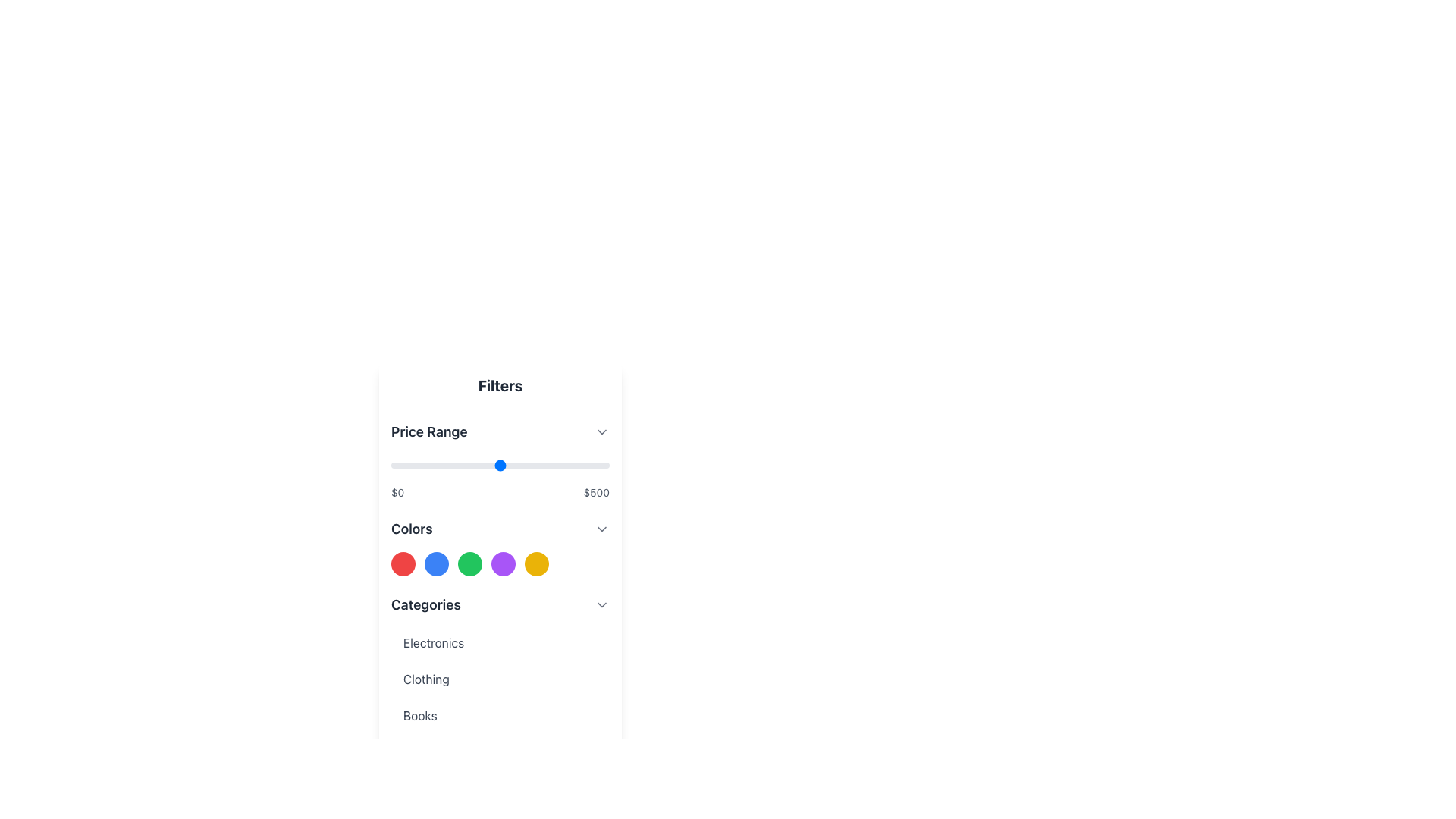 Image resolution: width=1456 pixels, height=819 pixels. I want to click on the slider, so click(533, 464).